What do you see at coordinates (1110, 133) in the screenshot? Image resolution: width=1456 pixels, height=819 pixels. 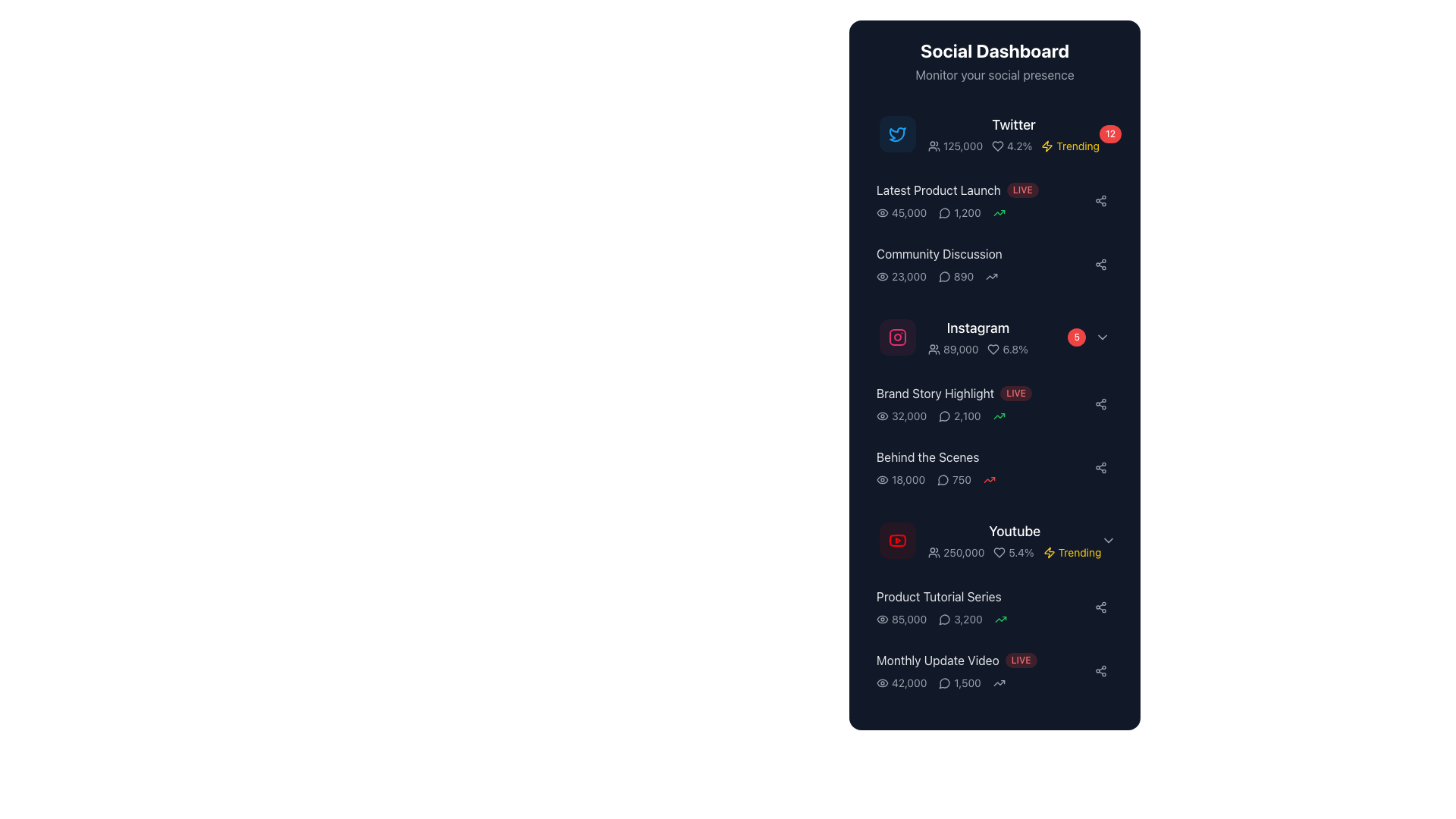 I see `the small circular badge with a red background and white text displaying '12', located to the right of the 'Twitter' item in the Social Dashboard` at bounding box center [1110, 133].